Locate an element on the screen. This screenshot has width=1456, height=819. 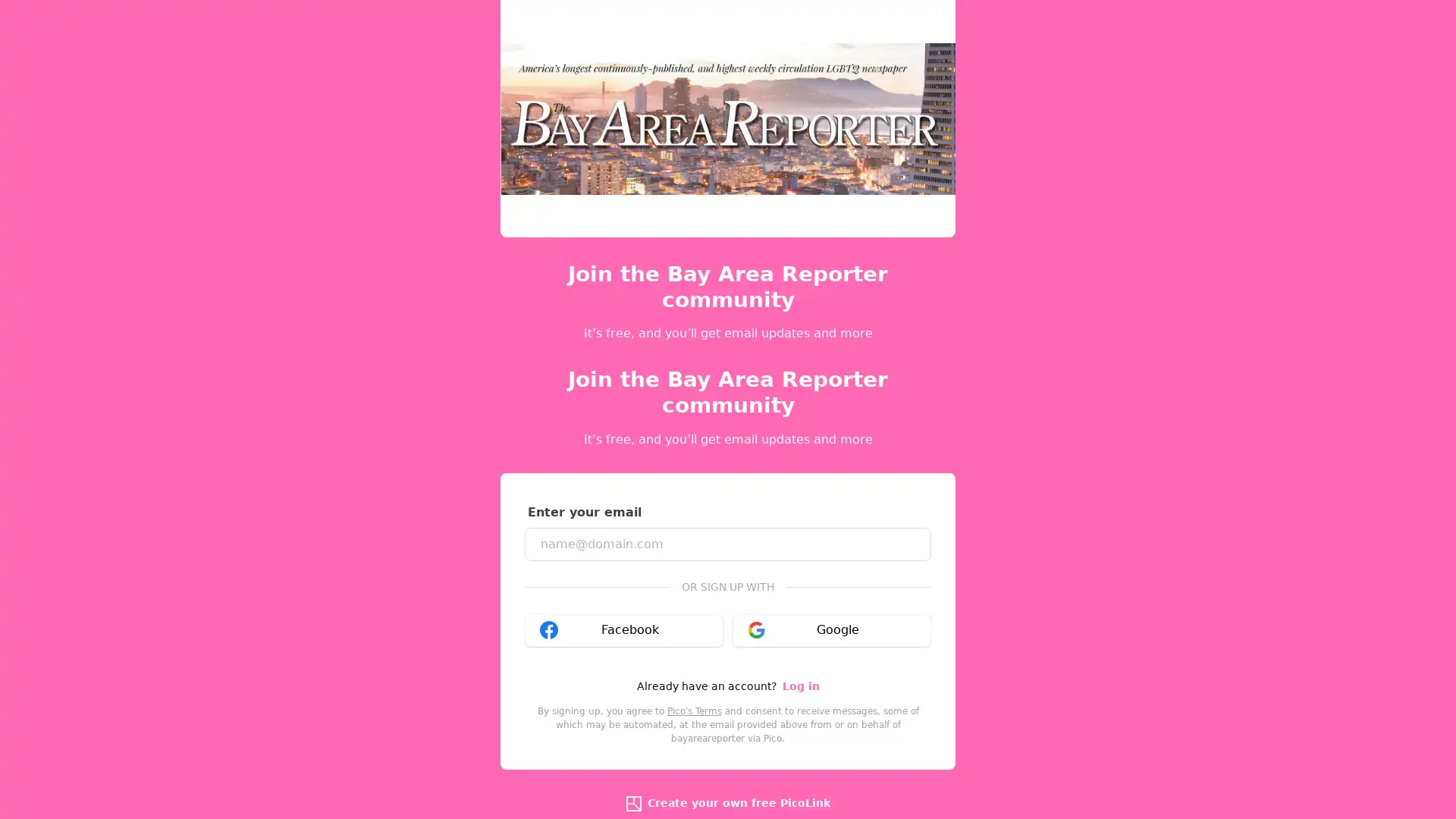
Log in is located at coordinates (799, 685).